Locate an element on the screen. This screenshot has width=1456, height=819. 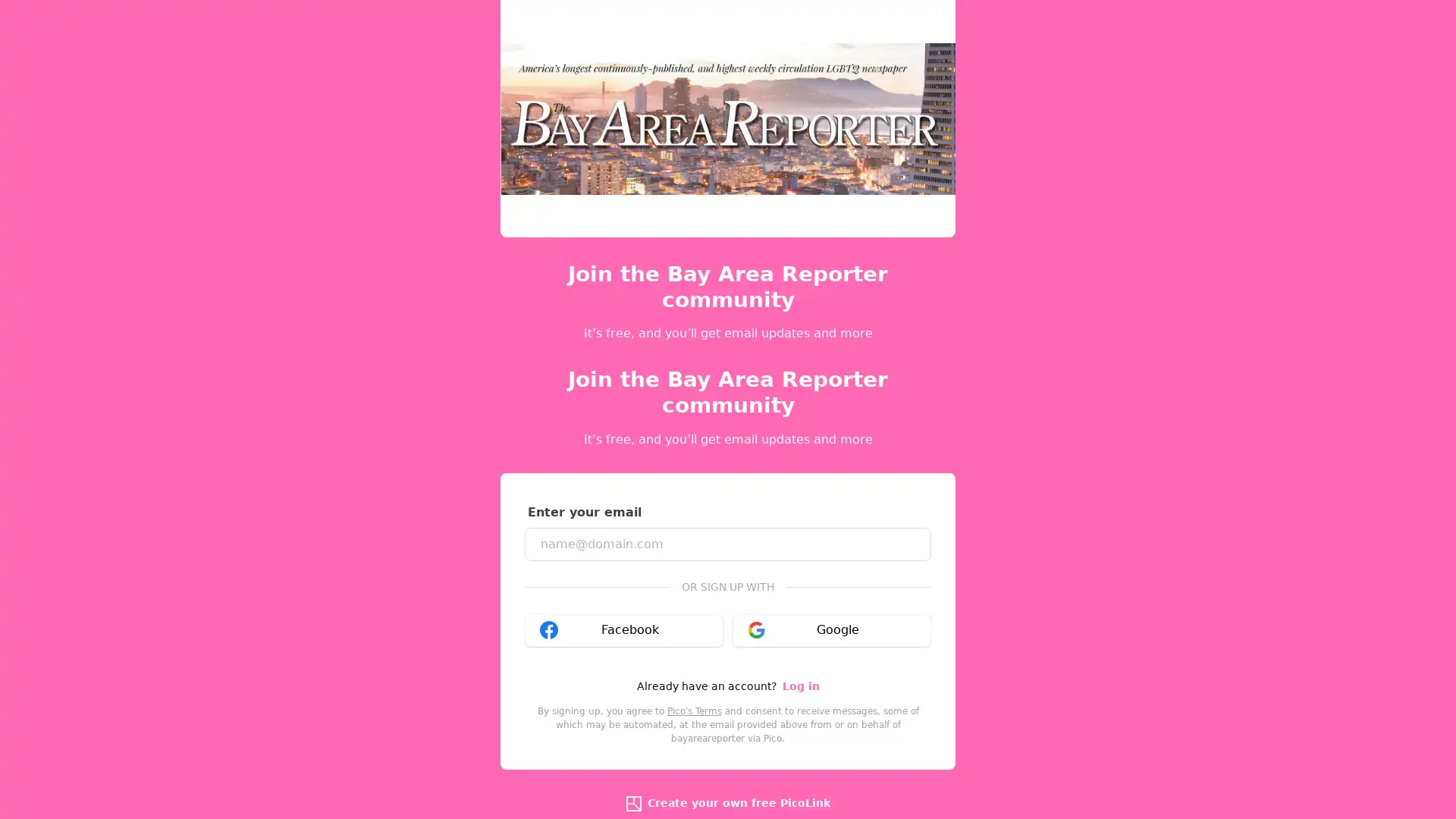
Log in is located at coordinates (799, 685).